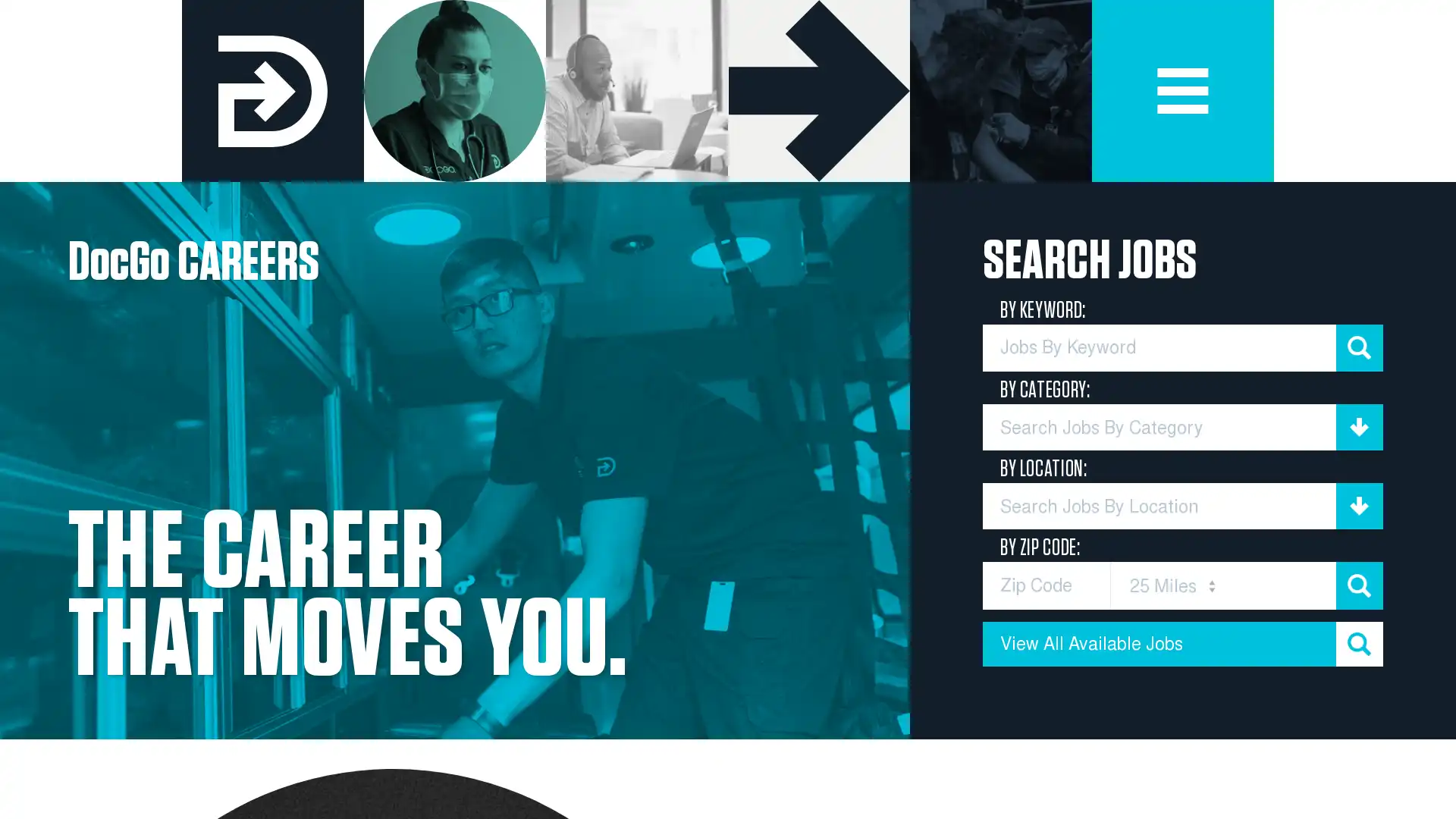 This screenshot has height=819, width=1456. I want to click on Search Jobs By Category, so click(1182, 427).